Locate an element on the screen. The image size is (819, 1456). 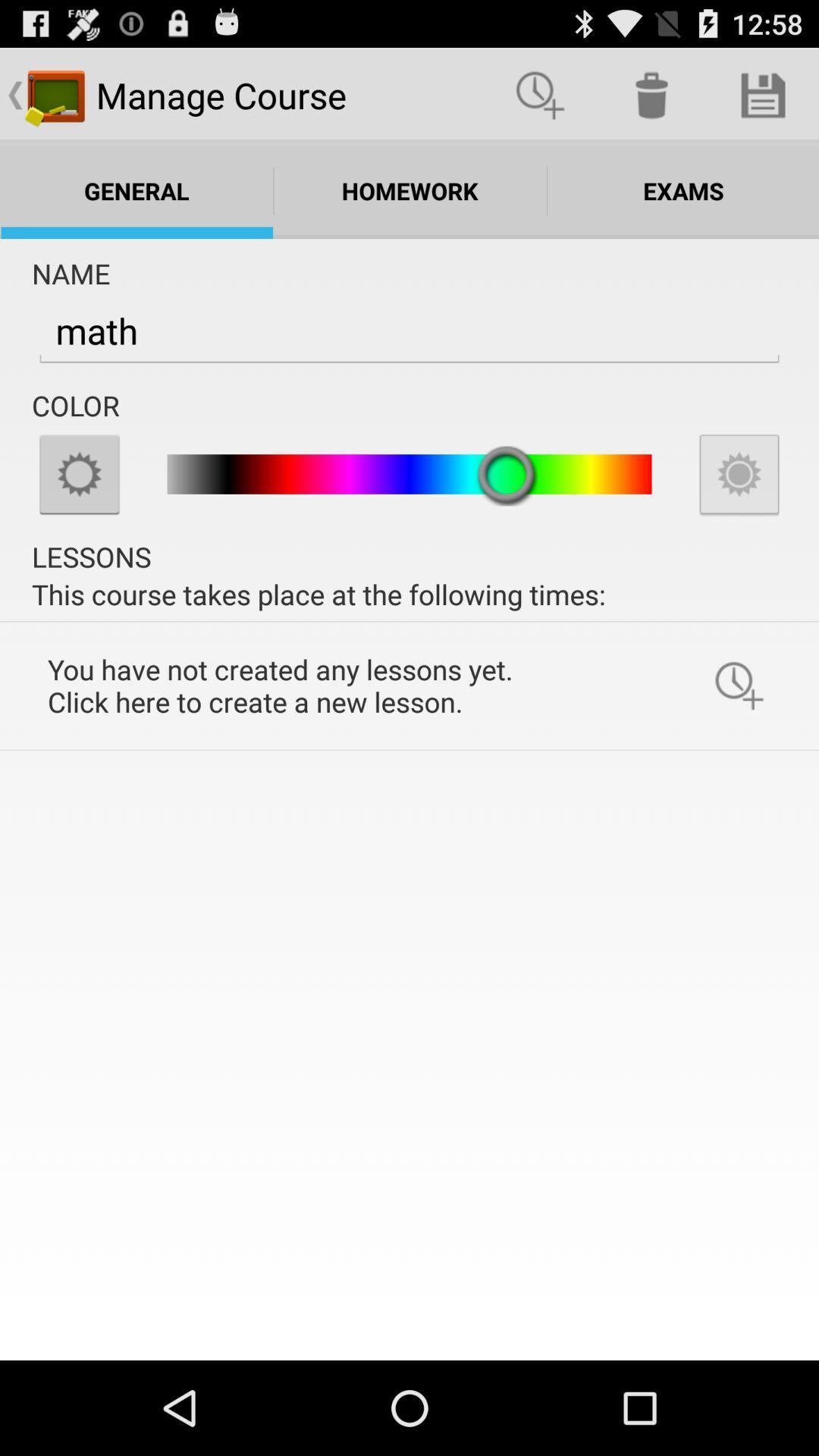
tap for options is located at coordinates (79, 473).